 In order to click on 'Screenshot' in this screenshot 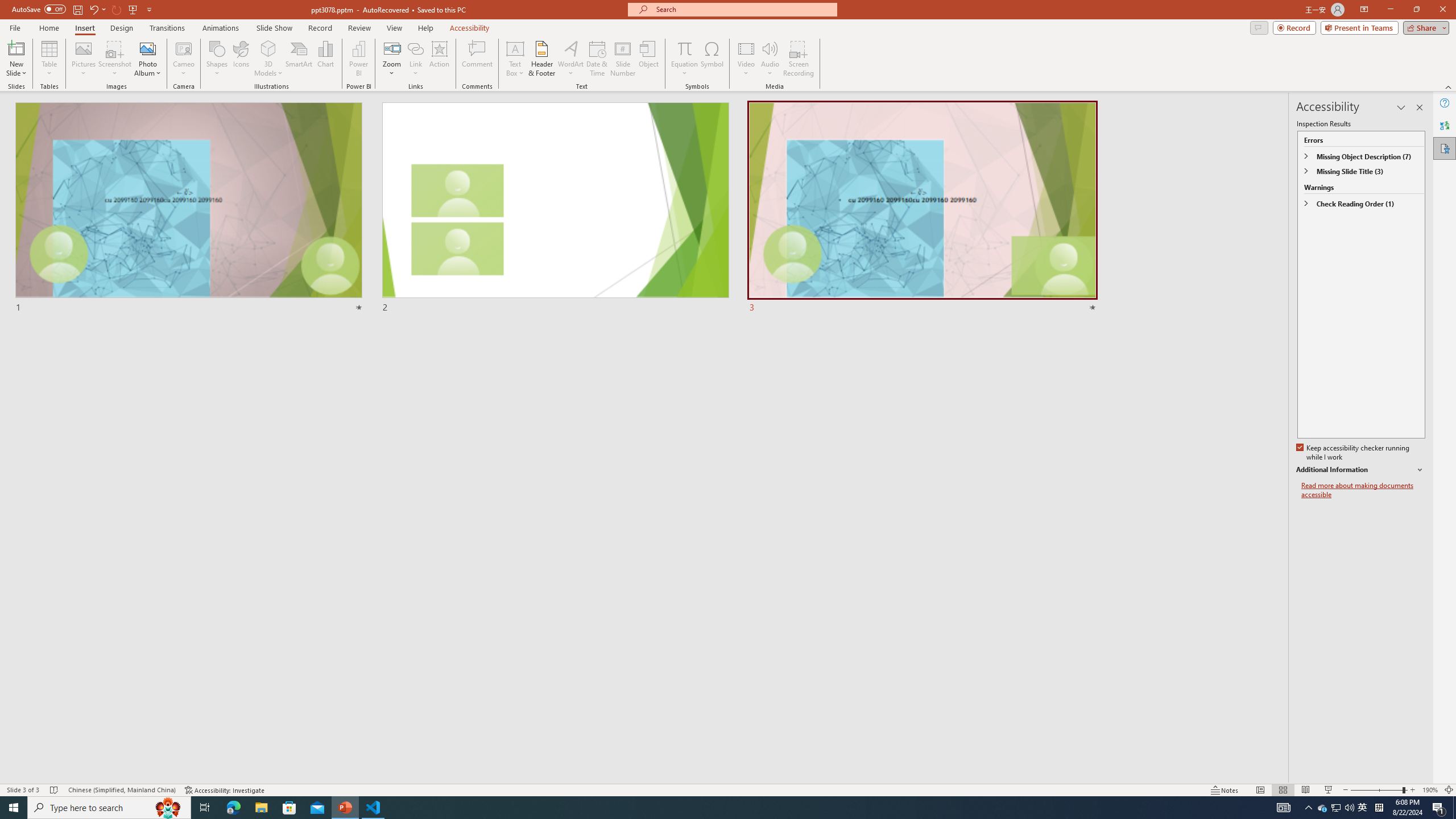, I will do `click(114, 59)`.